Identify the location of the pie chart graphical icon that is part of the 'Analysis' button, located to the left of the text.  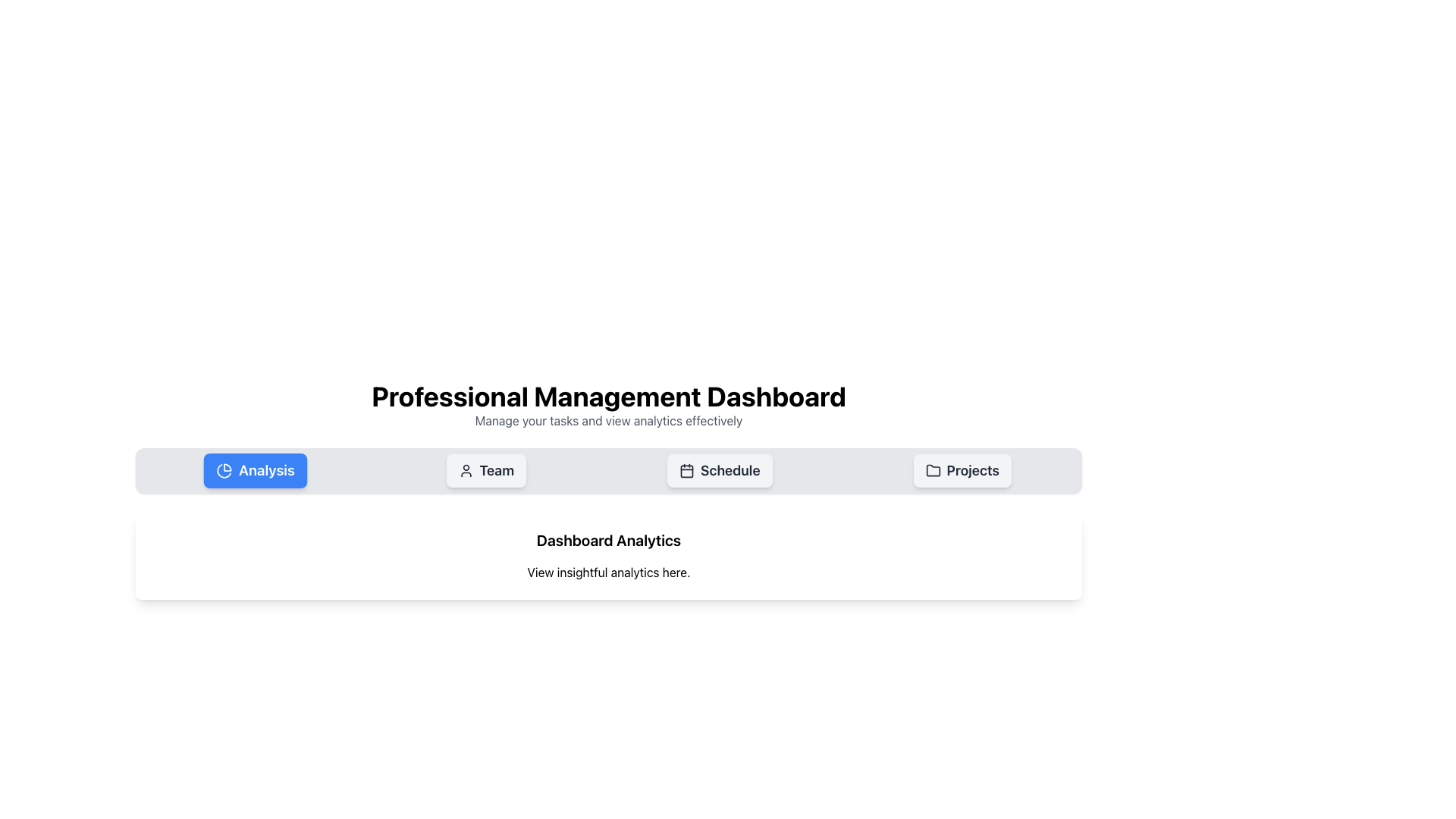
(223, 470).